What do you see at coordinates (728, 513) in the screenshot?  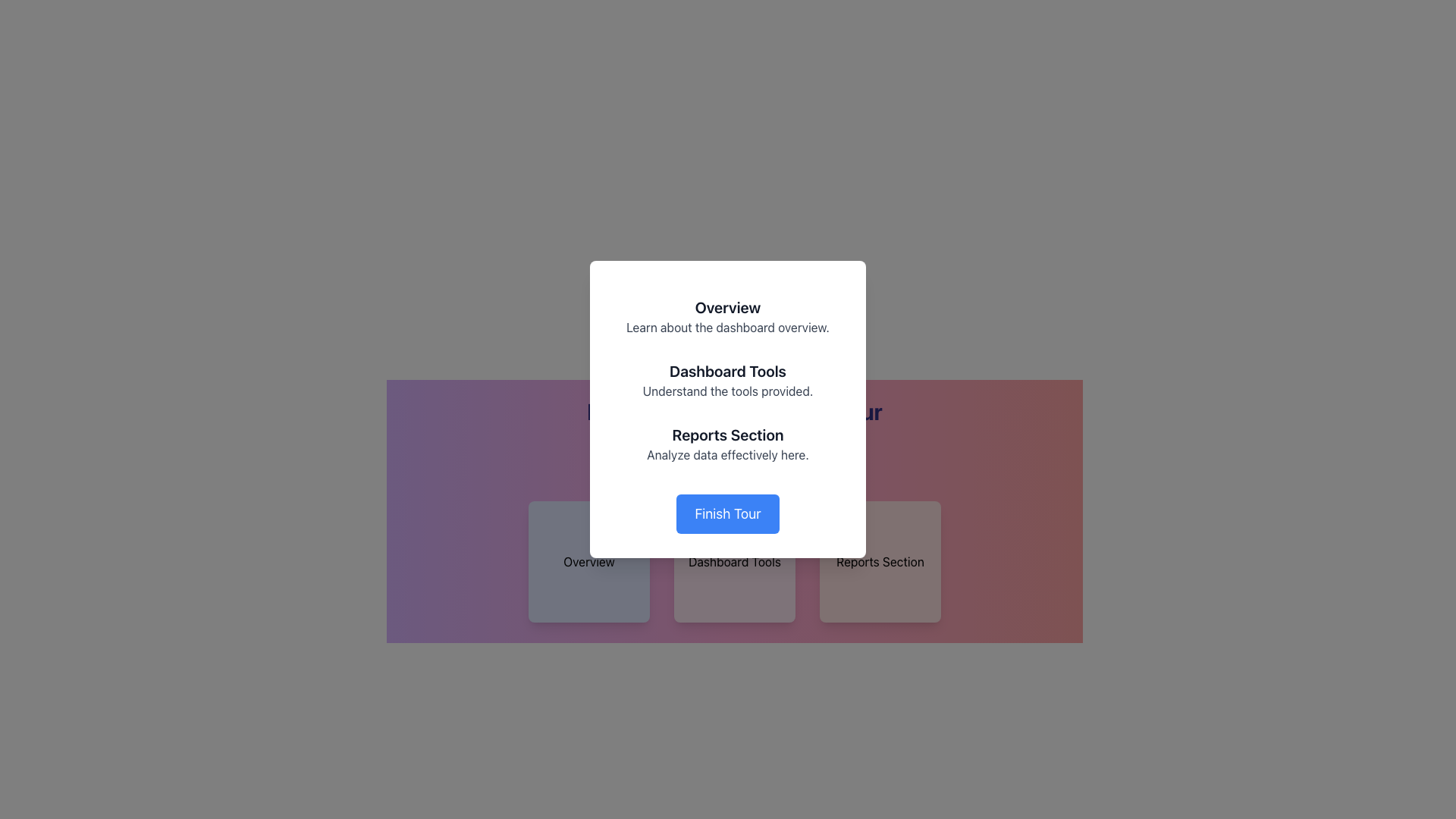 I see `the rectangular button with a blue background and white text labeled 'Finish Tour' located at the bottom center of the modal beneath 'Reports Section'` at bounding box center [728, 513].